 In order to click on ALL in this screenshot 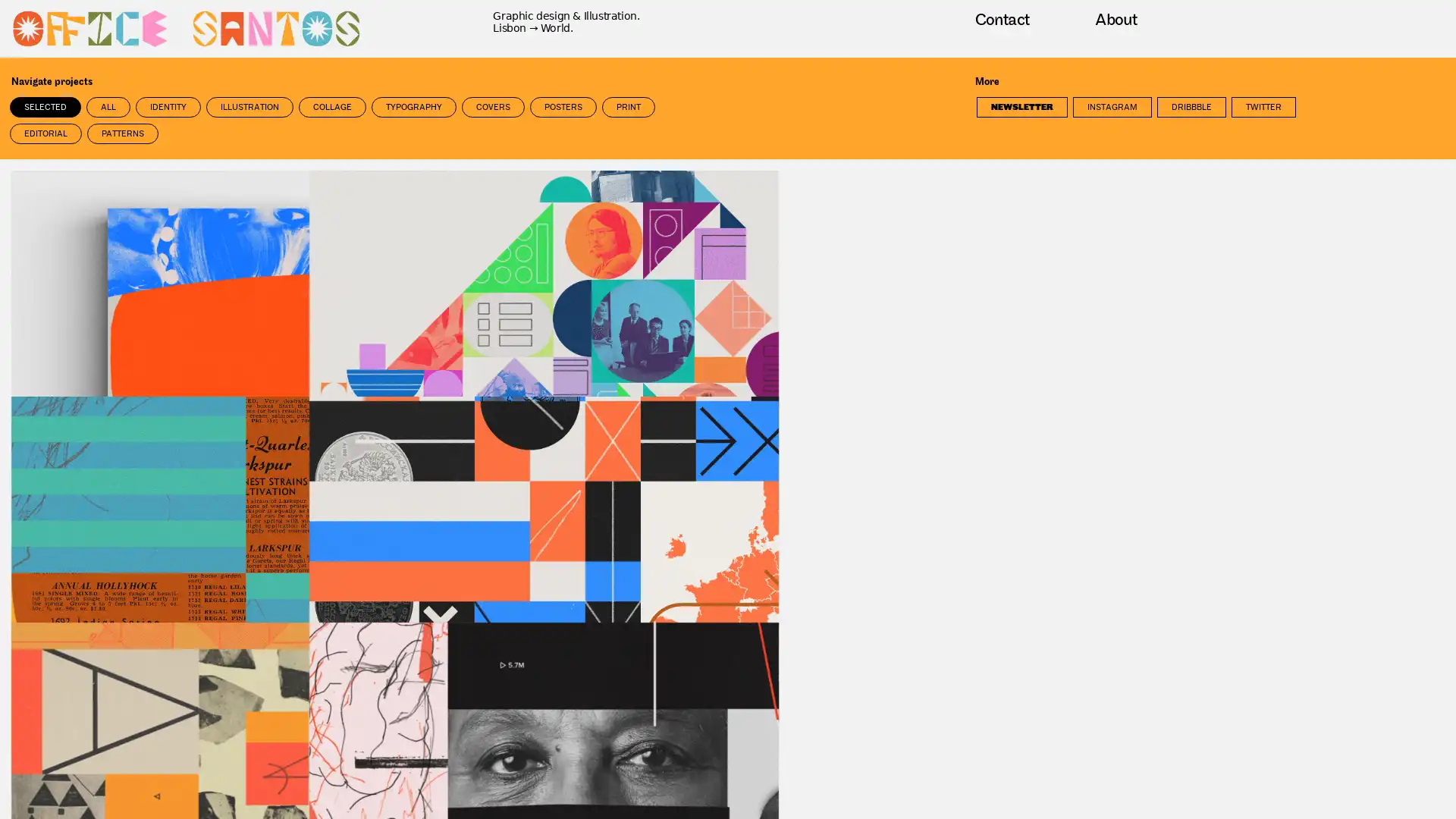, I will do `click(108, 106)`.